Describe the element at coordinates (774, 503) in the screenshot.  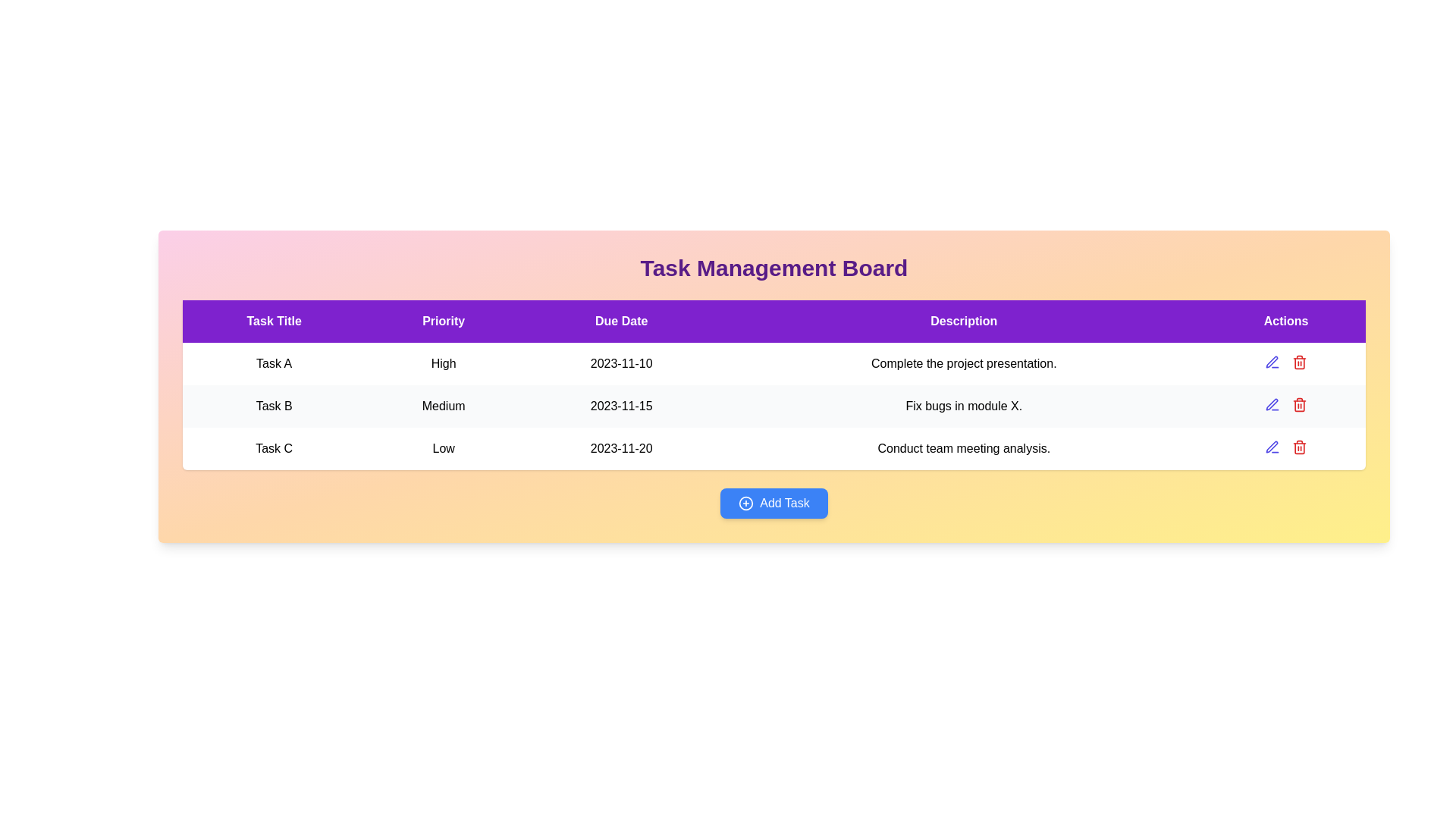
I see `the button located at the bottom center of the 'Task Management Board' section to initiate the action of adding a new task` at that location.